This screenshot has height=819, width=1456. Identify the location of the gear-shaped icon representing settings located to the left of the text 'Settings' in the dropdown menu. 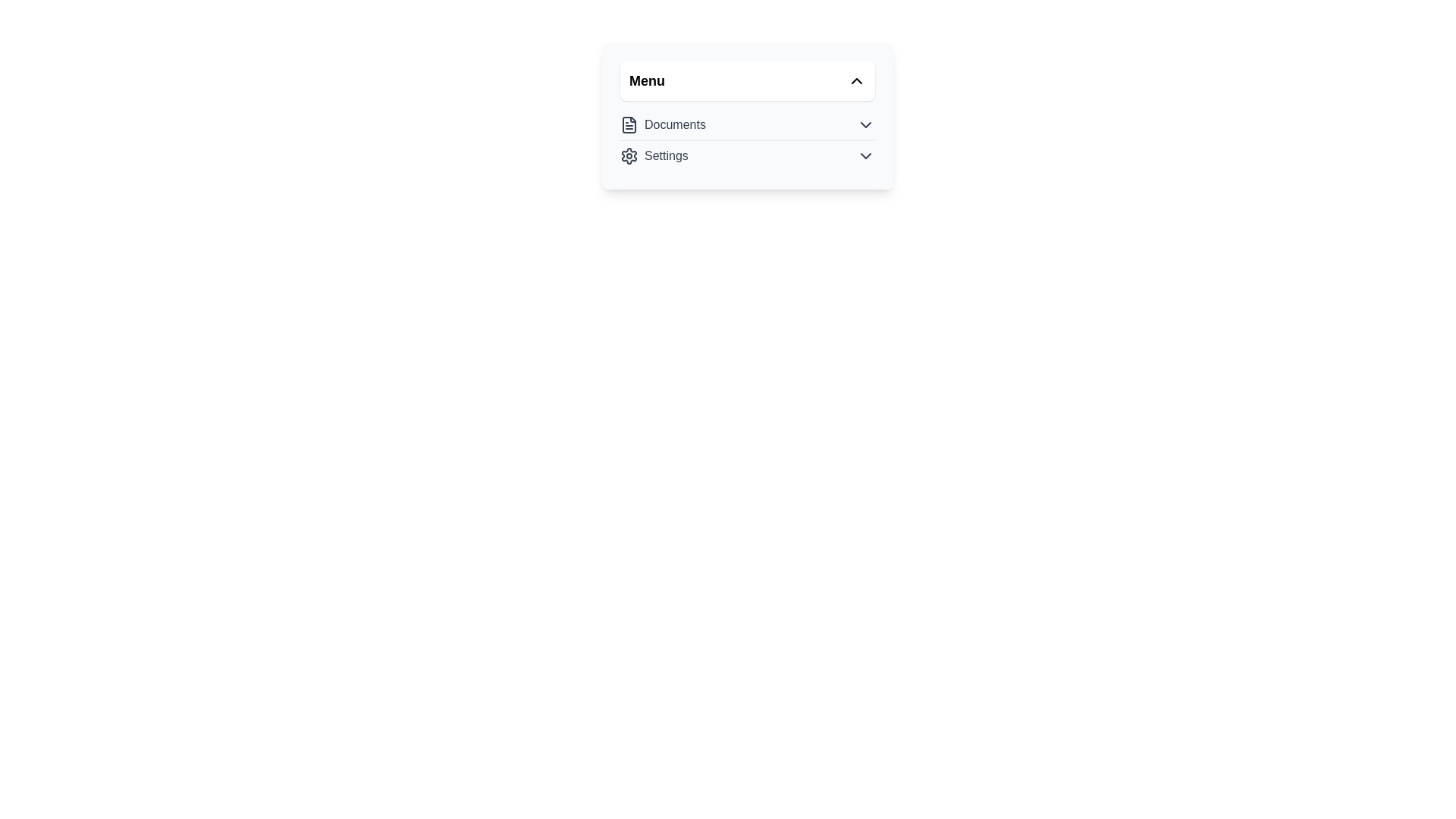
(629, 155).